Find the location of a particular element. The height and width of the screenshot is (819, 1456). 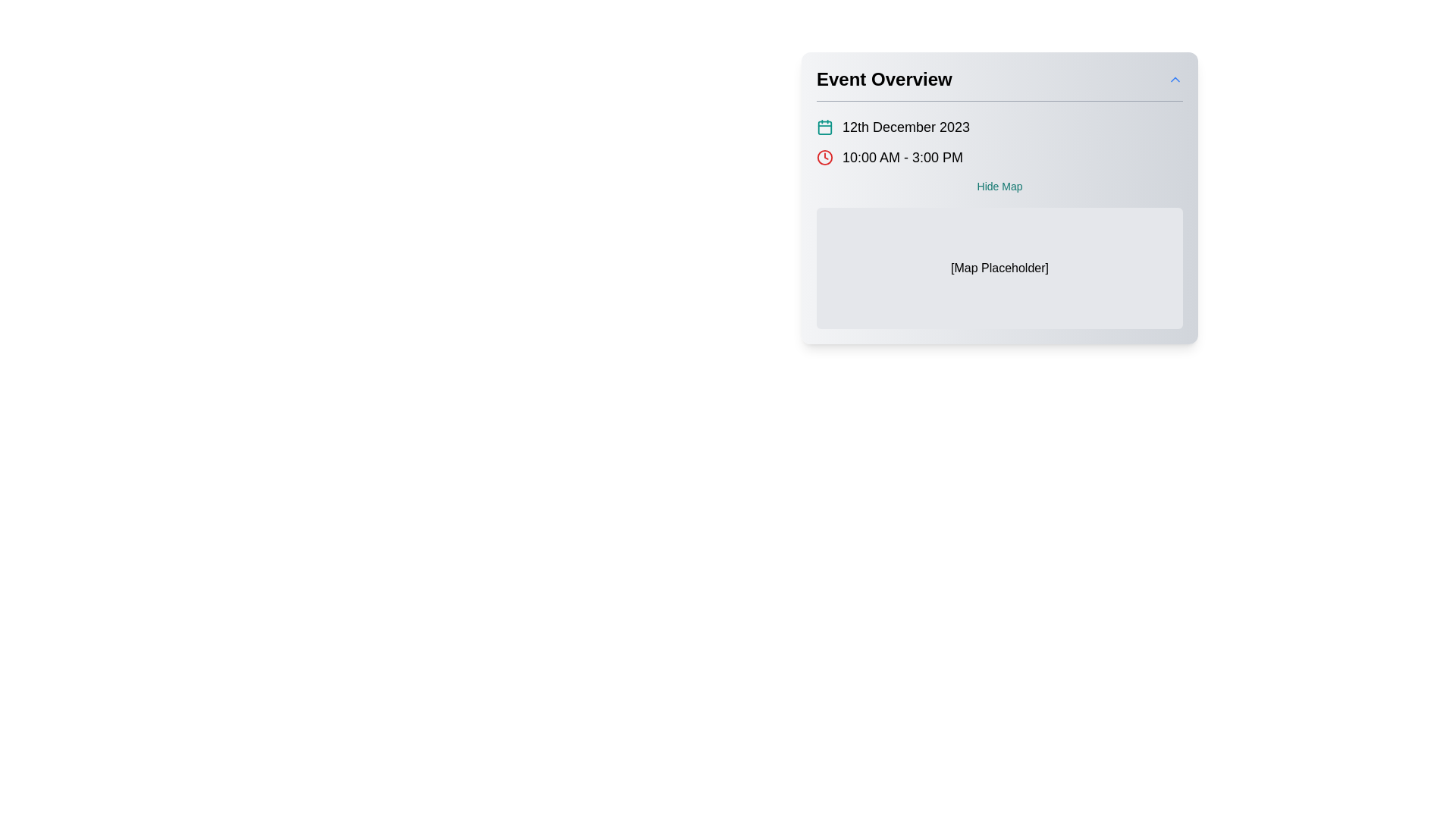

the circular graphical shape that serves as the clock's face, located within the clock icon to the left of the time range text in the 'Event Overview' panel is located at coordinates (824, 158).